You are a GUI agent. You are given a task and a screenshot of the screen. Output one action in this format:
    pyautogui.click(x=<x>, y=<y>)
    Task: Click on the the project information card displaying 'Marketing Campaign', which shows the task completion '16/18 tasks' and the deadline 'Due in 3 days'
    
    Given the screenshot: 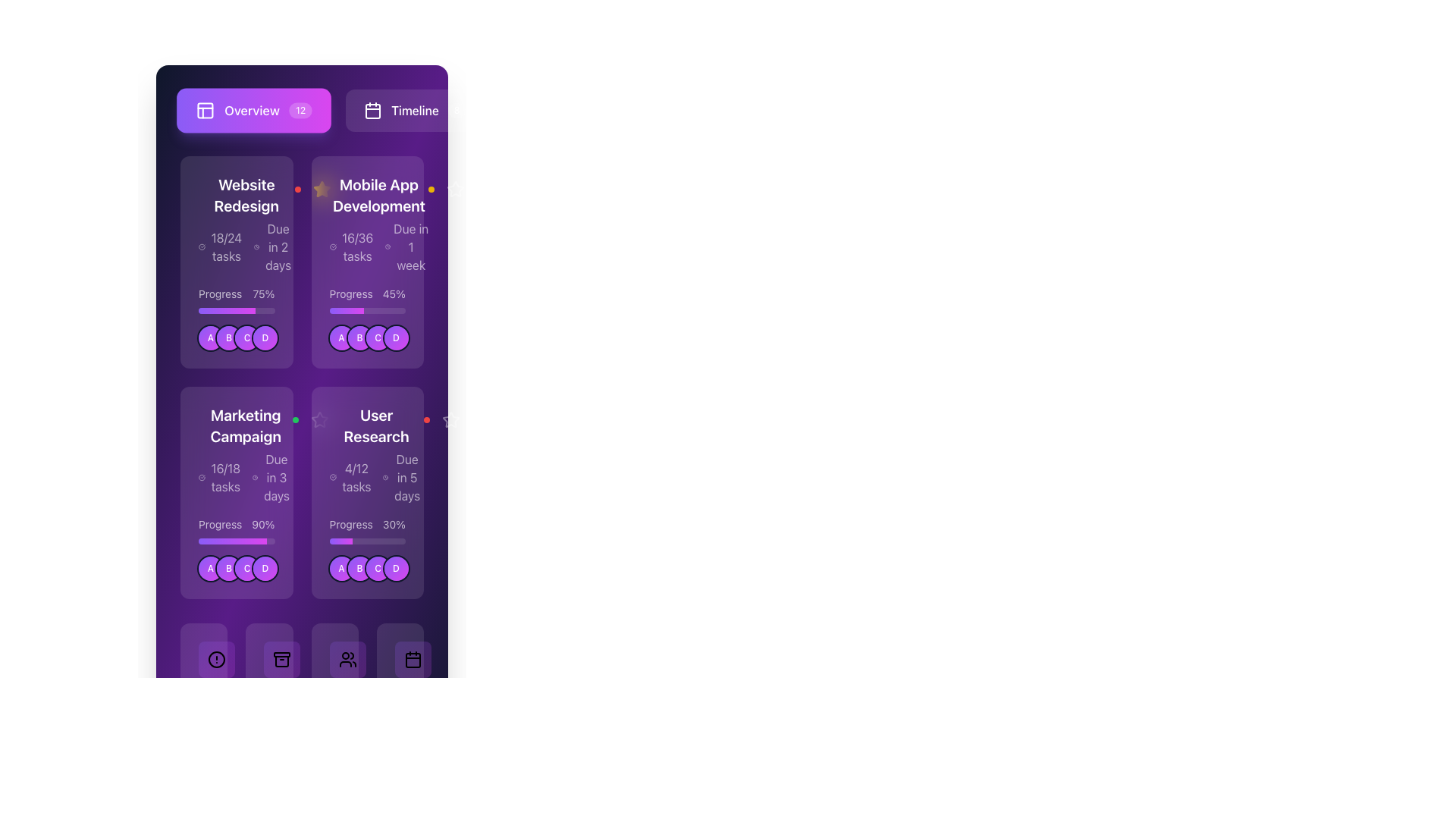 What is the action you would take?
    pyautogui.click(x=246, y=454)
    